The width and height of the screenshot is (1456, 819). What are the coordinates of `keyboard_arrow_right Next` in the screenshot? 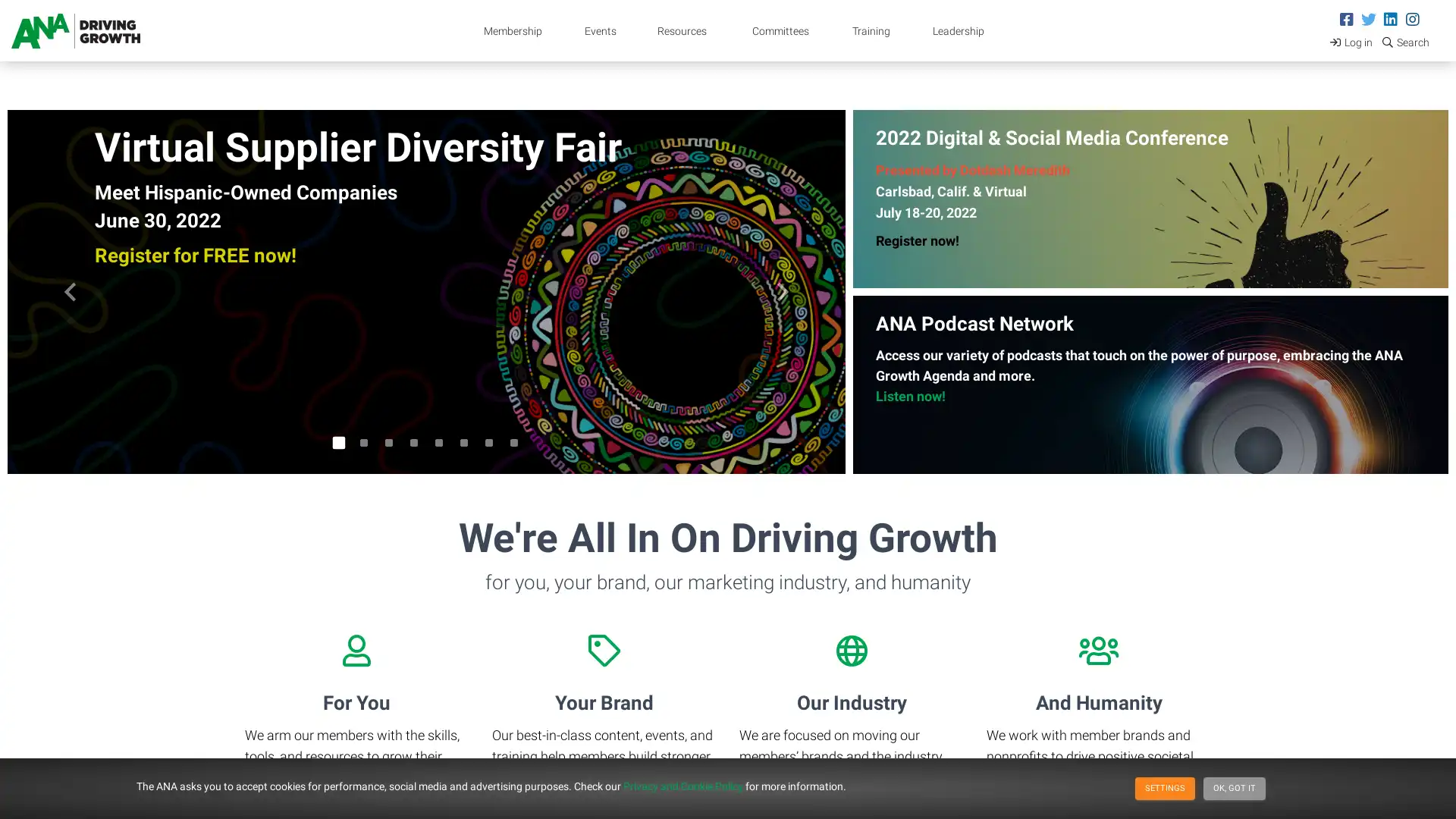 It's located at (782, 292).